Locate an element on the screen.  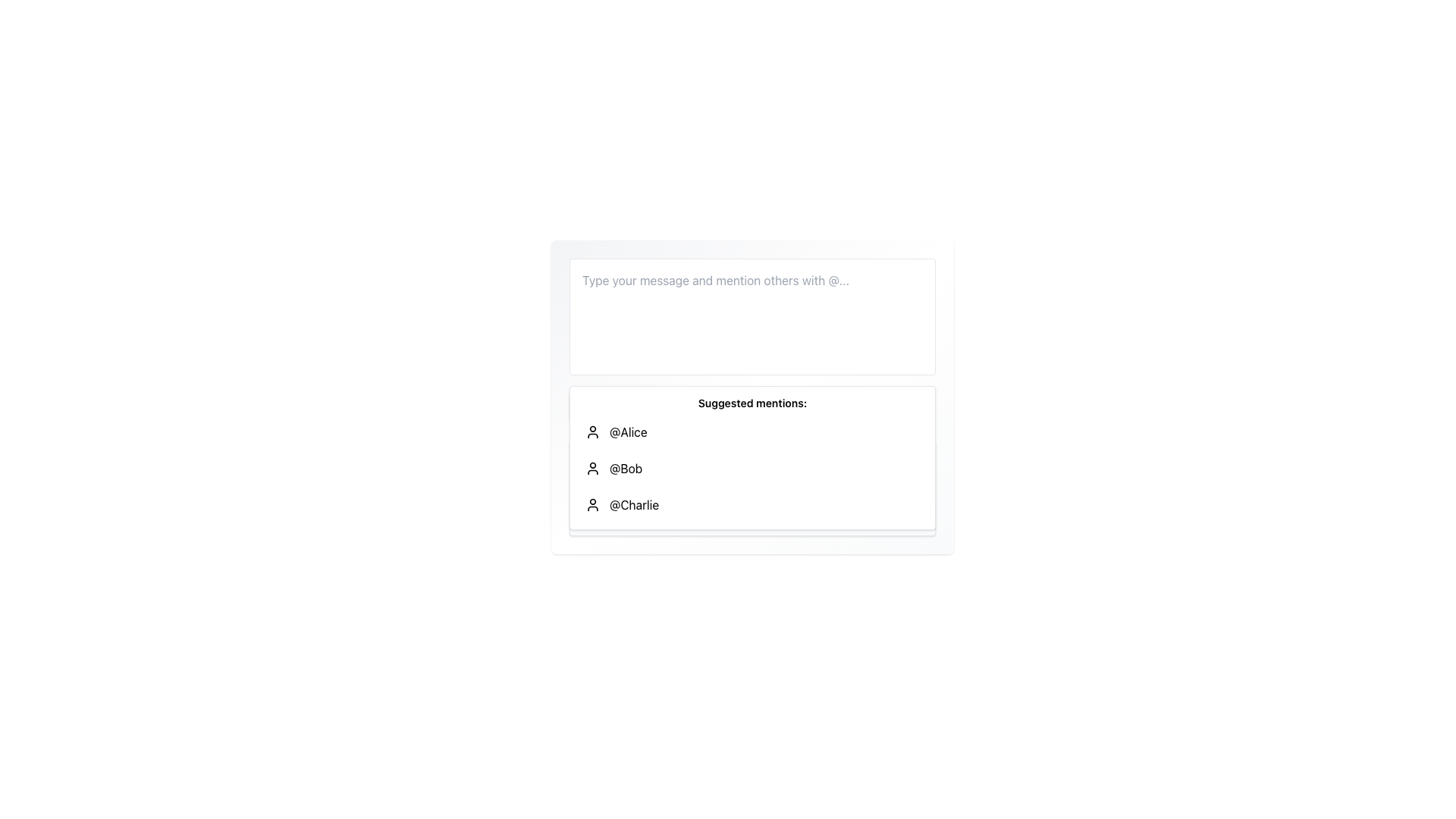
the Dropdown menu (suggestions list) that provides user suggestions for tagging or mentioning while composing a message is located at coordinates (752, 457).